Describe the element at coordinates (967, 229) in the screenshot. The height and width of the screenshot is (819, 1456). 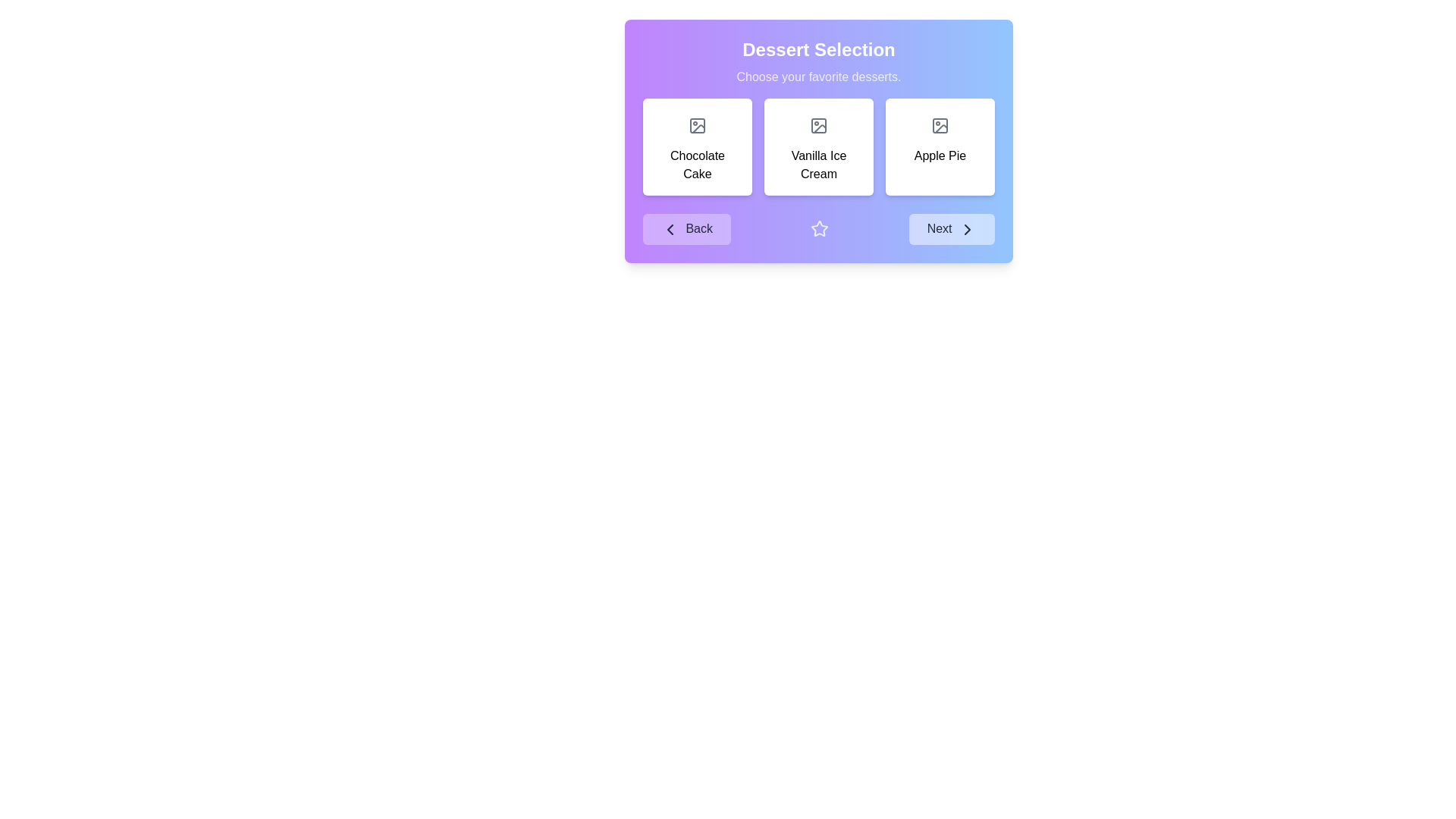
I see `the navigation icon located within the 'Next' button at the bottom right of the card interface, which serves as a visual indicator for proceeding to the next step` at that location.